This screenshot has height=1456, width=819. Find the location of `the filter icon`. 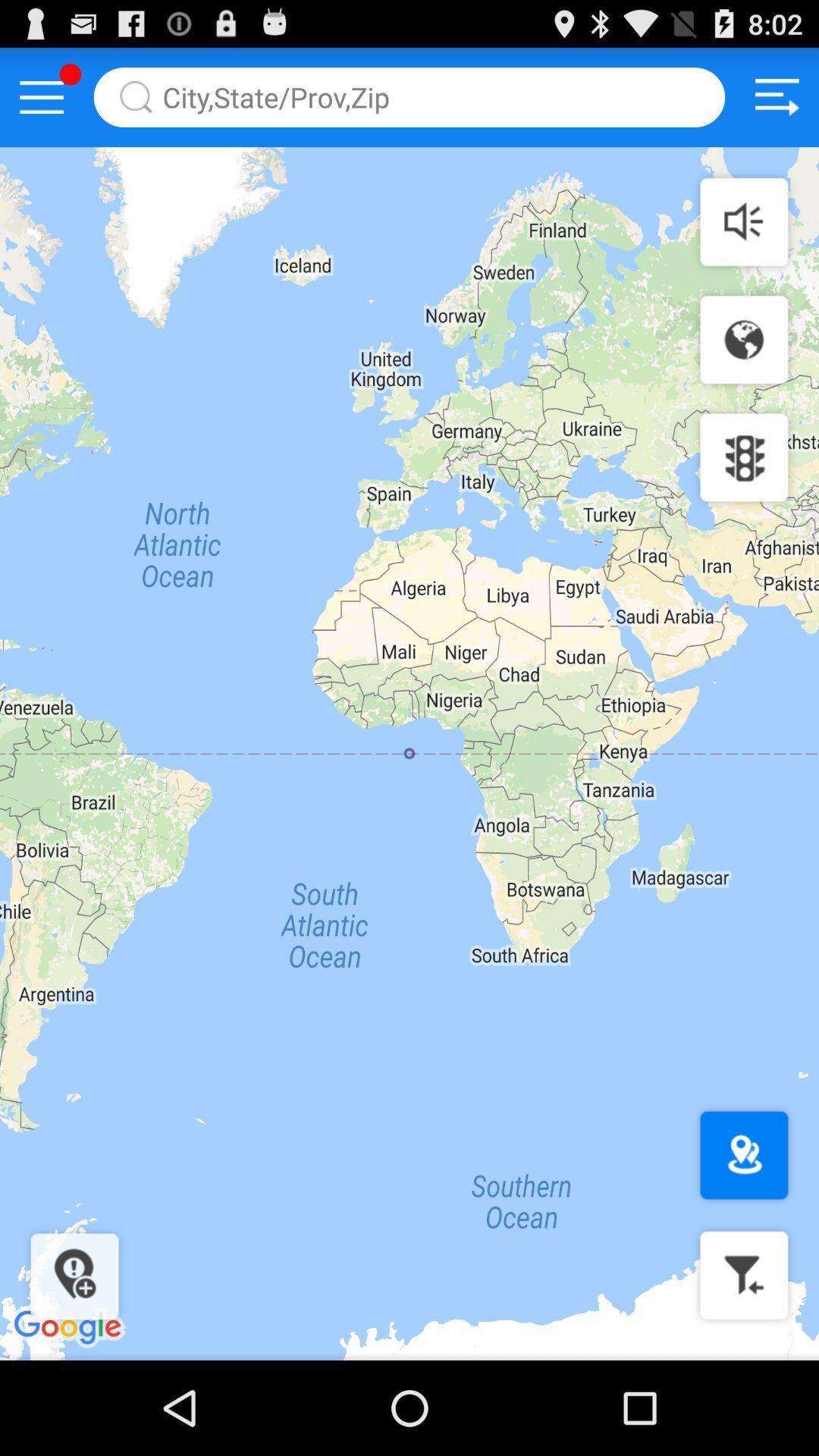

the filter icon is located at coordinates (743, 1365).